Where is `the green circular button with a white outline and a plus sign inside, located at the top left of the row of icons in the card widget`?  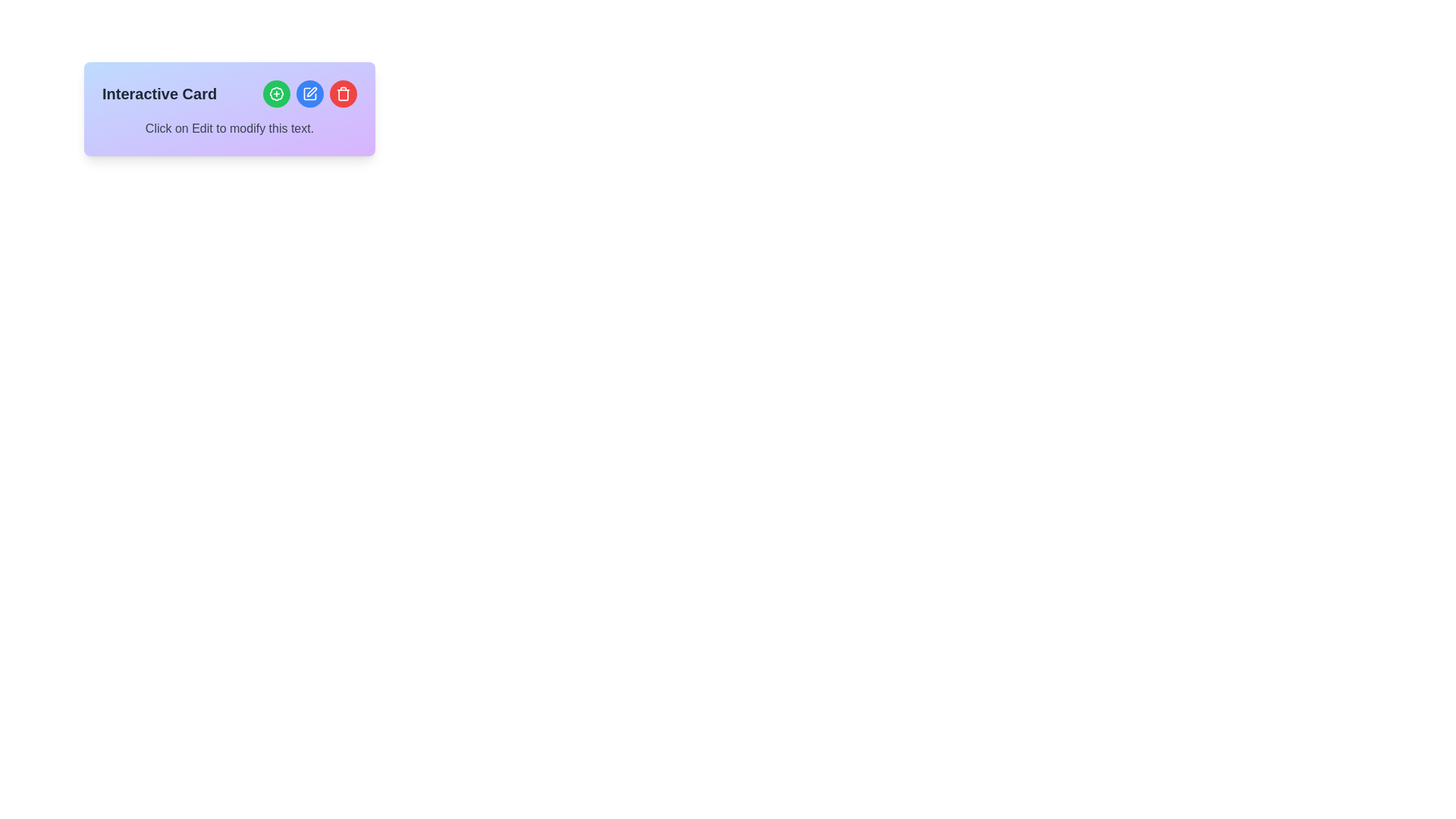
the green circular button with a white outline and a plus sign inside, located at the top left of the row of icons in the card widget is located at coordinates (276, 93).